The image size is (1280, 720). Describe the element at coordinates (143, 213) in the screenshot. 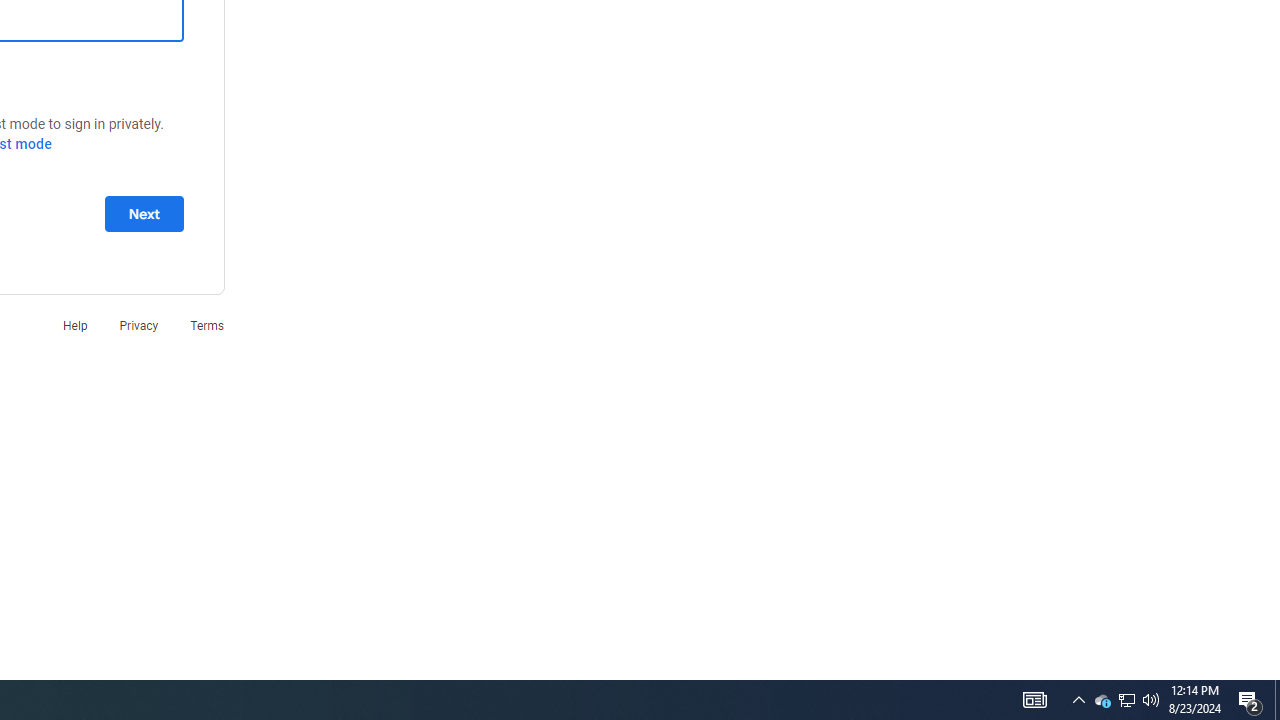

I see `'Next'` at that location.